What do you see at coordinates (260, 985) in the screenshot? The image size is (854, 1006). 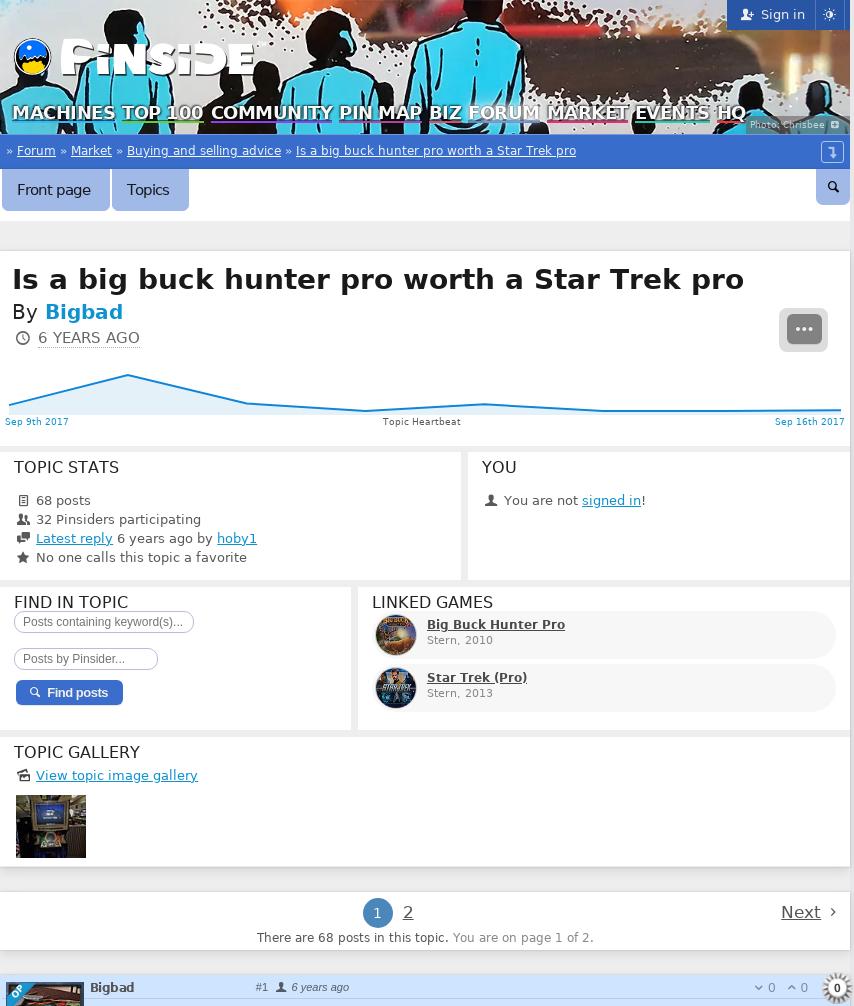 I see `'#1'` at bounding box center [260, 985].